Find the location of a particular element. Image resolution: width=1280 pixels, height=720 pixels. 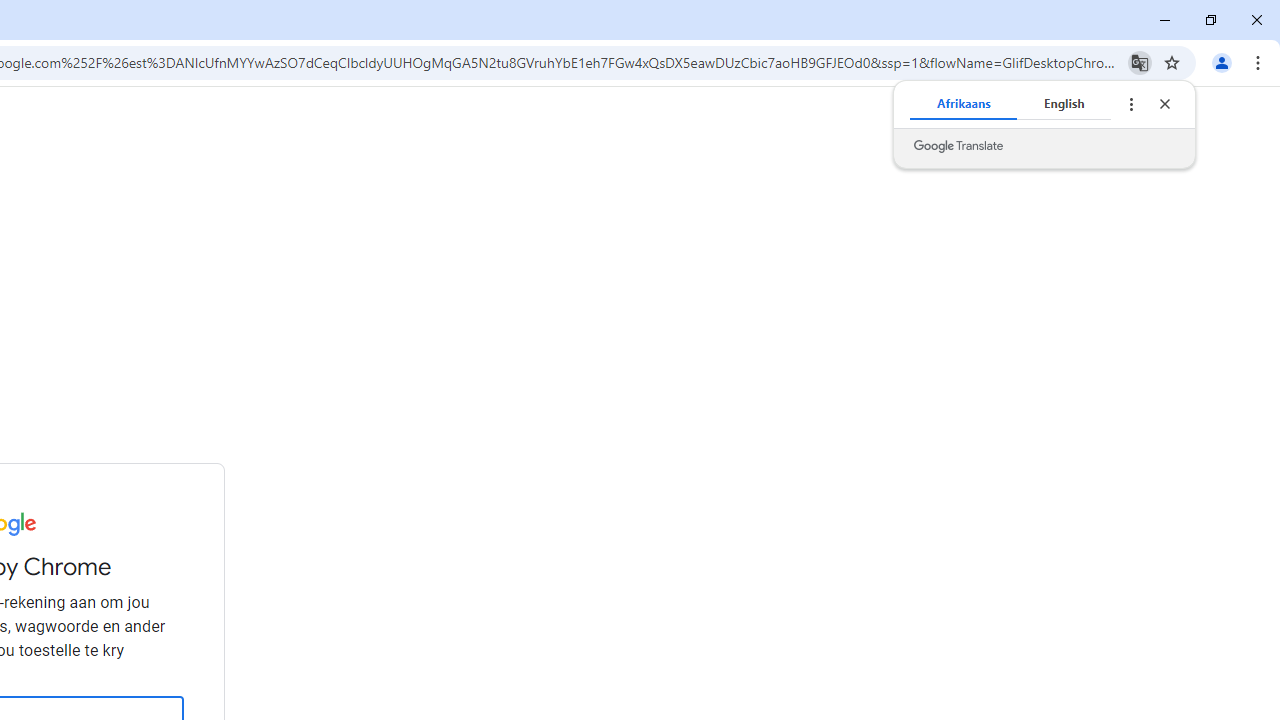

'Afrikaans' is located at coordinates (963, 104).